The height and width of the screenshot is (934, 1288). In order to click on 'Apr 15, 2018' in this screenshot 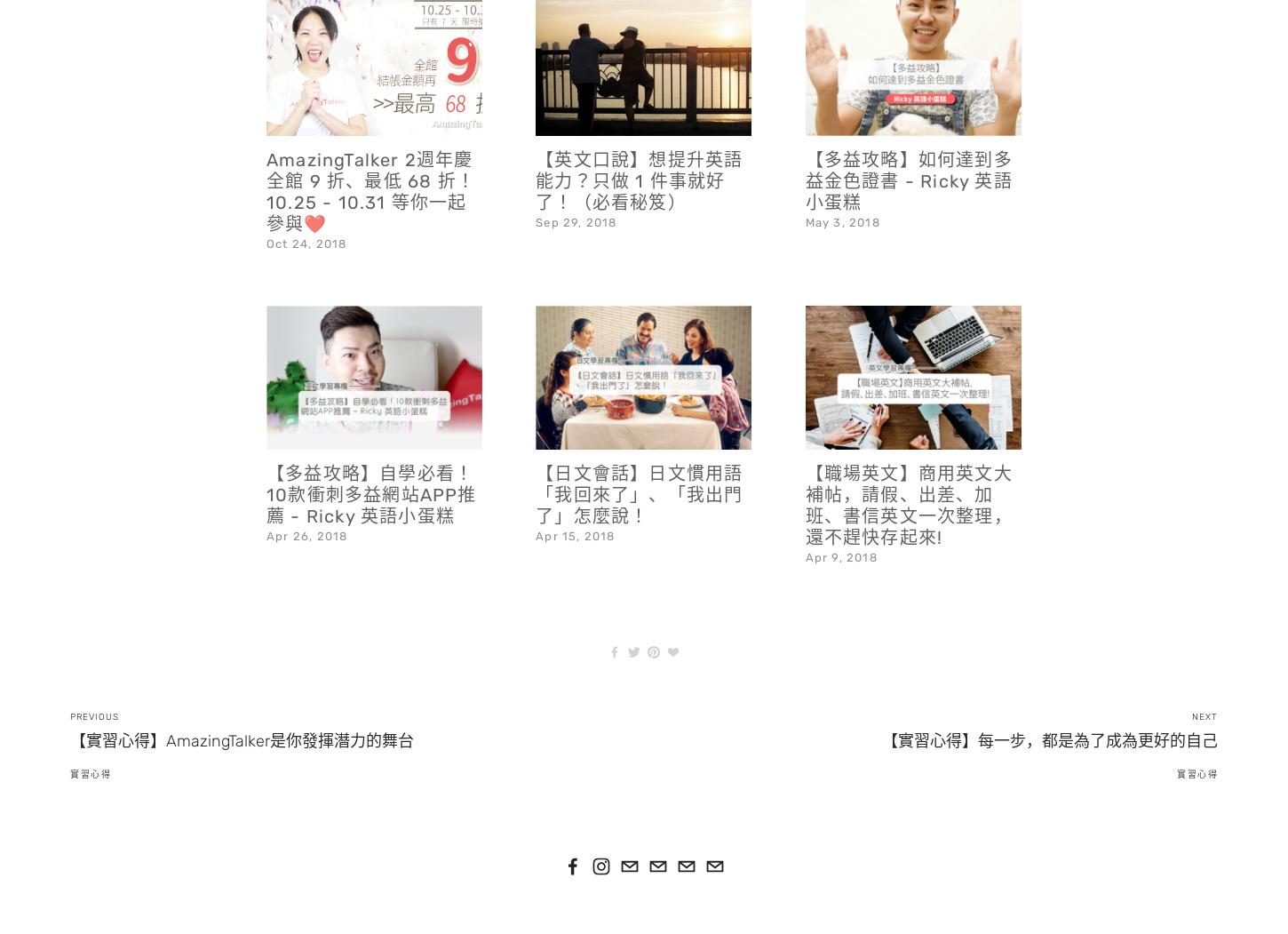, I will do `click(574, 489)`.